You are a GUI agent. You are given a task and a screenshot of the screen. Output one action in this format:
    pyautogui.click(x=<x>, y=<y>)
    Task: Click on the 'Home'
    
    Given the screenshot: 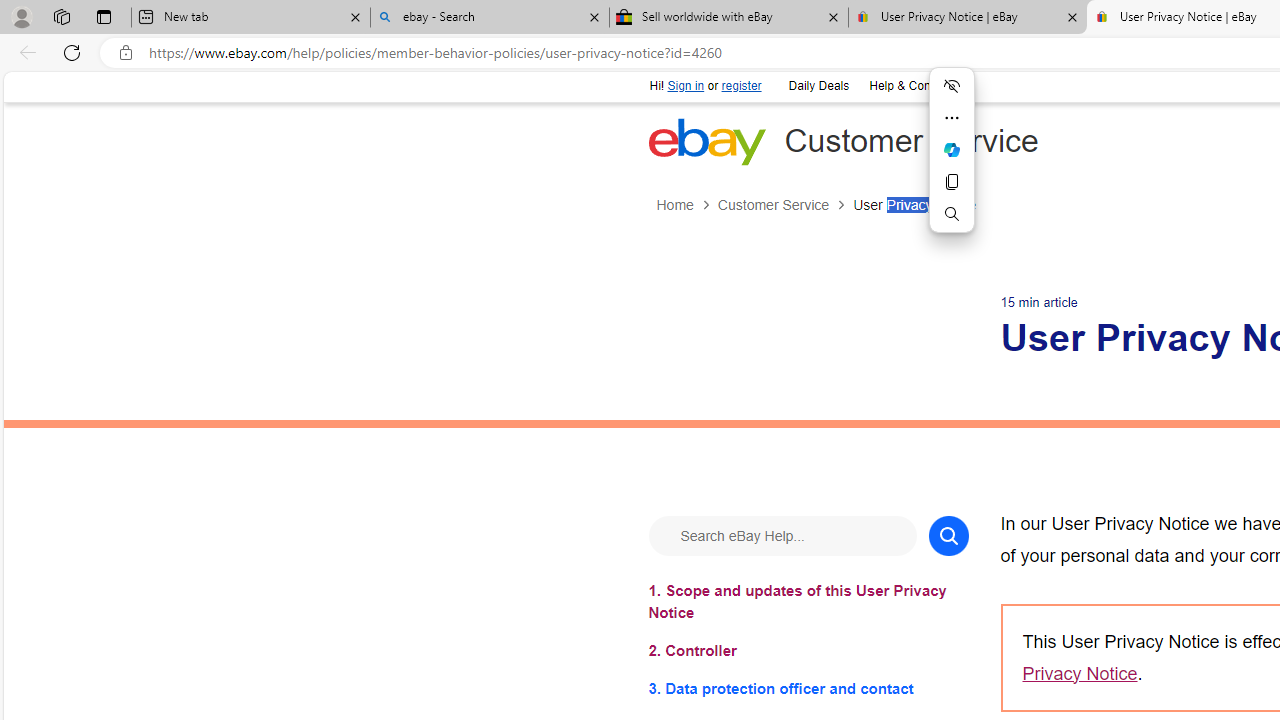 What is the action you would take?
    pyautogui.click(x=686, y=205)
    